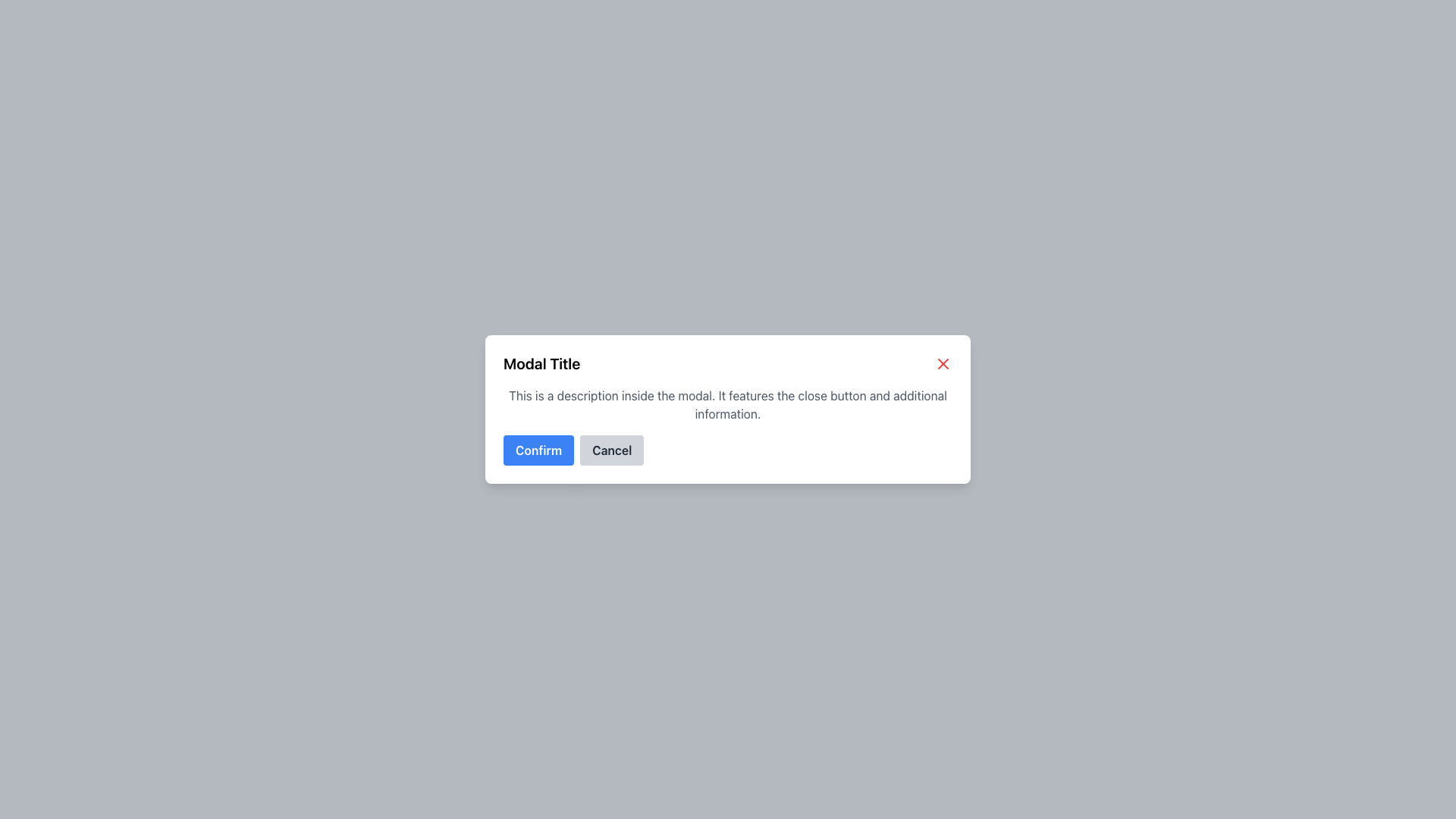  I want to click on the red 'X' icon in the top-right corner of the modal dialog, so click(942, 363).